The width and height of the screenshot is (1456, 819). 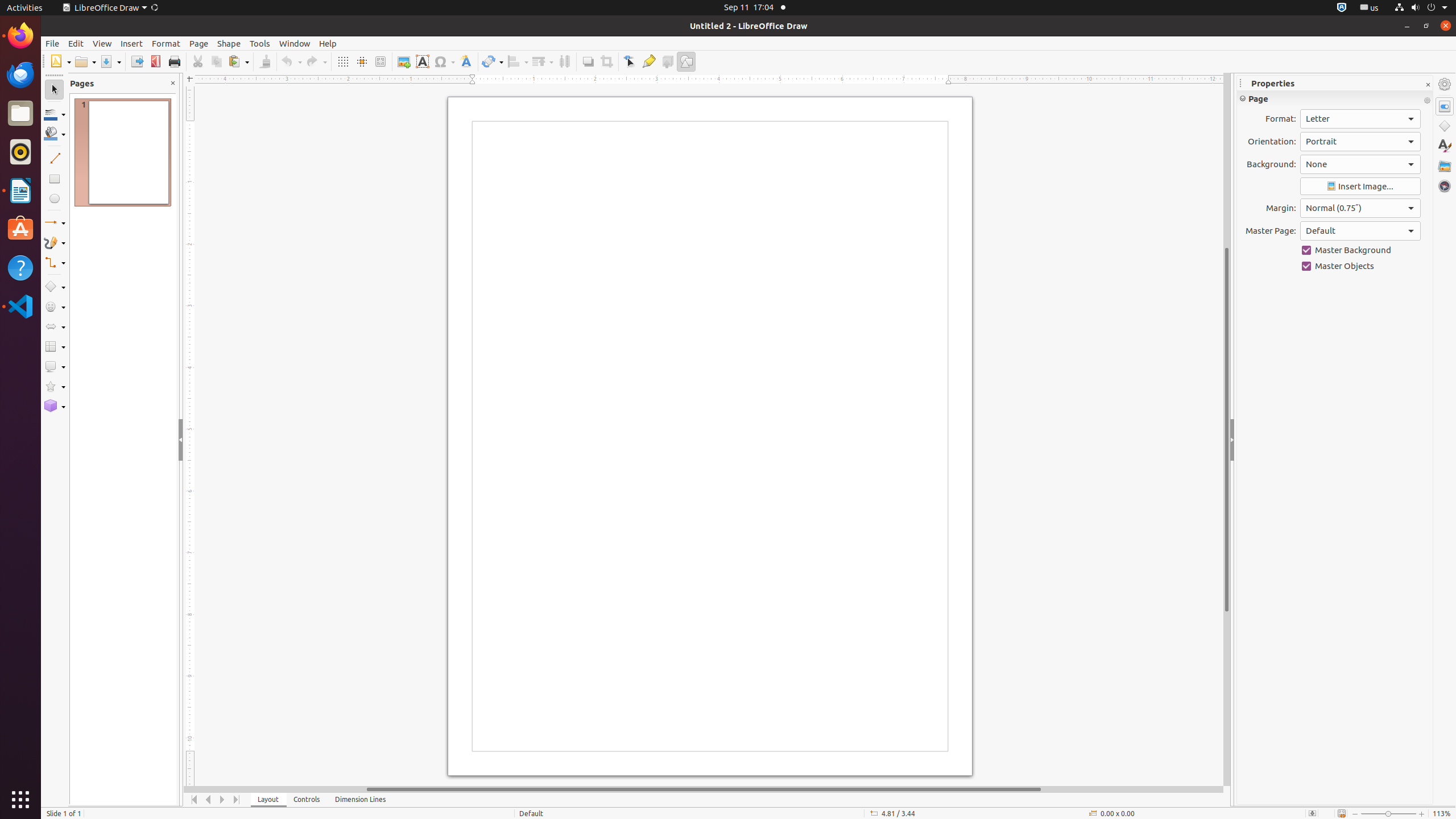 I want to click on 'Shadow', so click(x=587, y=61).